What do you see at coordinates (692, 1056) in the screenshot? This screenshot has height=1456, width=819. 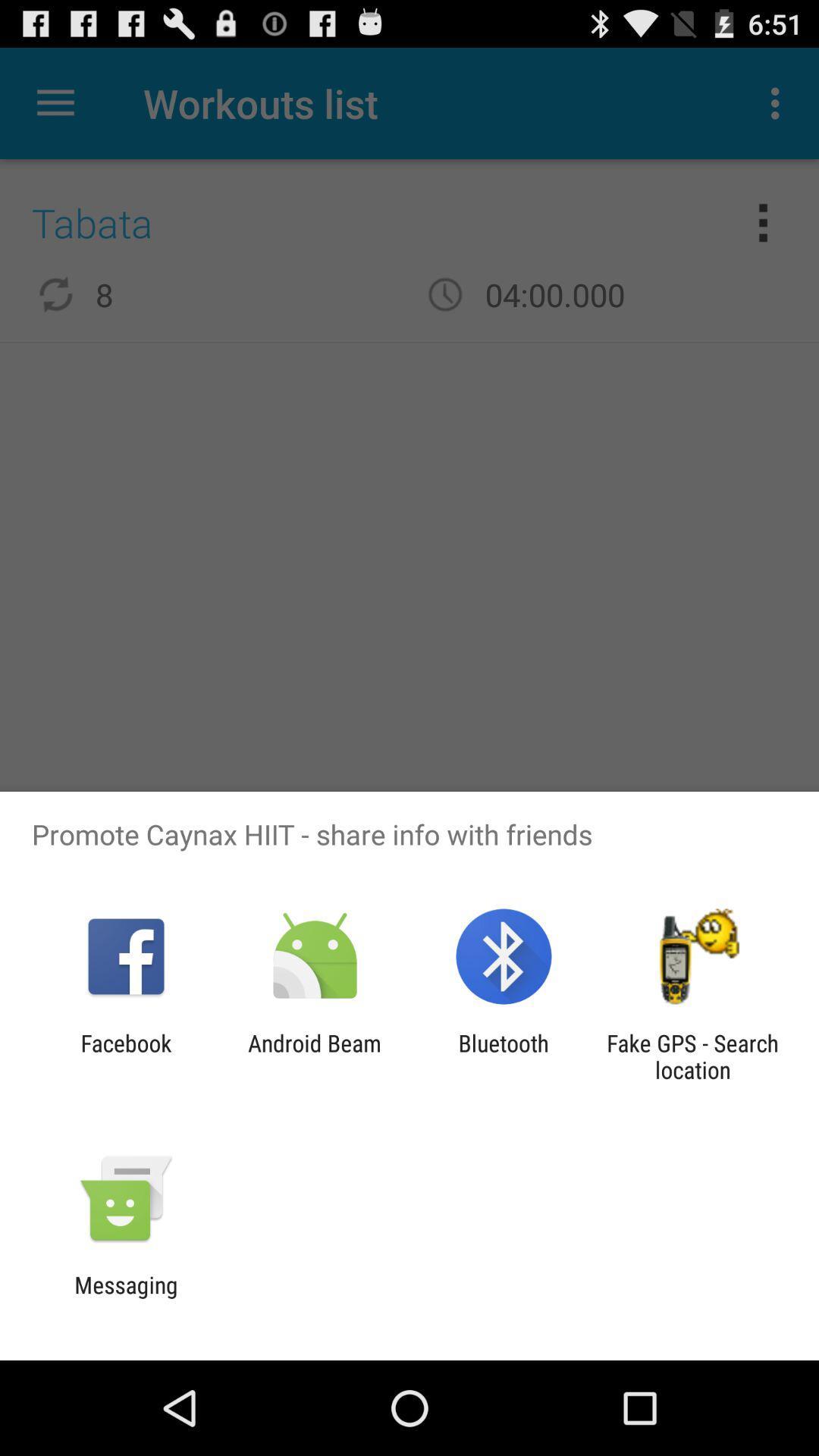 I see `fake gps search app` at bounding box center [692, 1056].